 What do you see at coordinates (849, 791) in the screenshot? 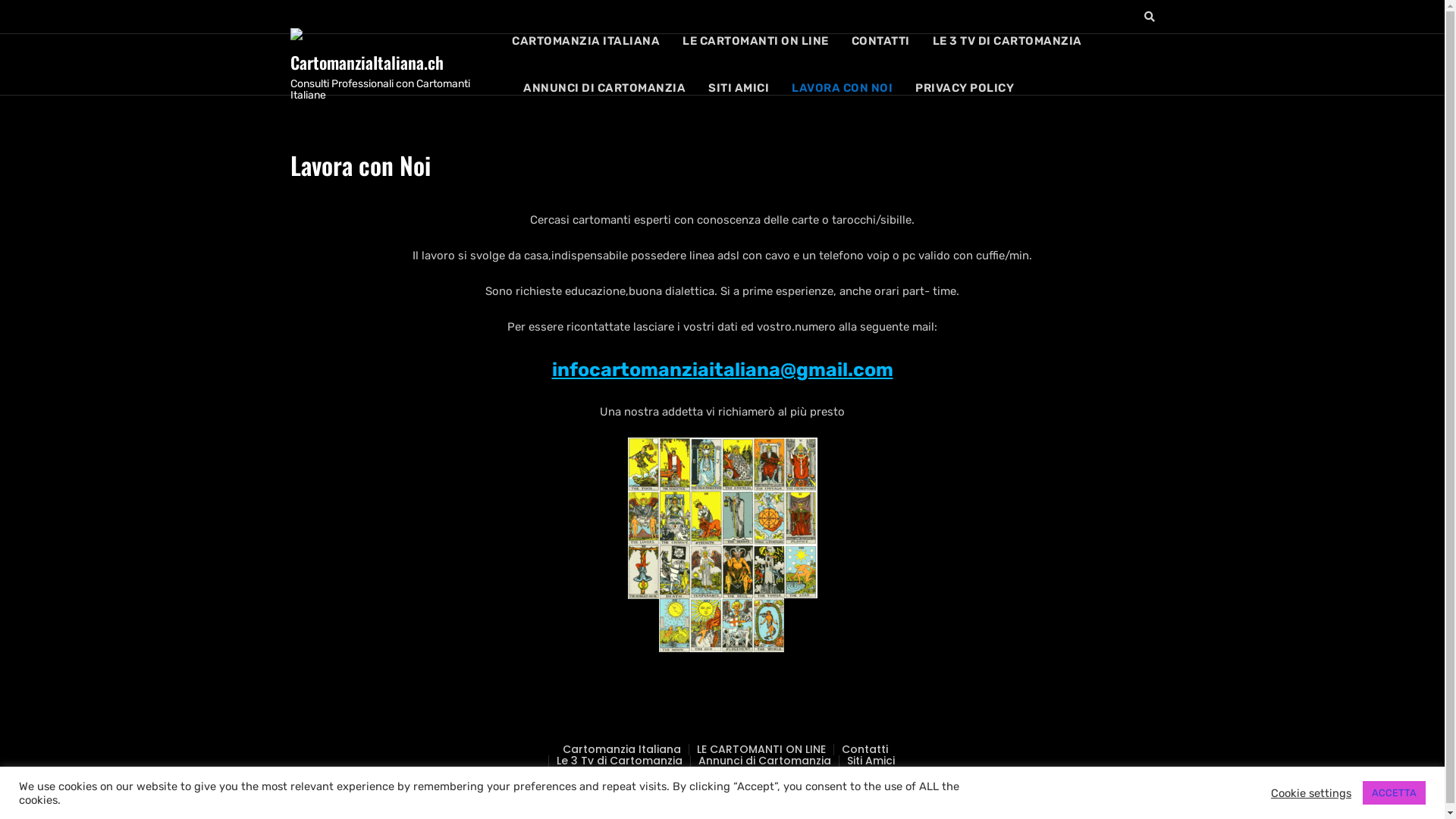
I see `'Bosa Themes'` at bounding box center [849, 791].